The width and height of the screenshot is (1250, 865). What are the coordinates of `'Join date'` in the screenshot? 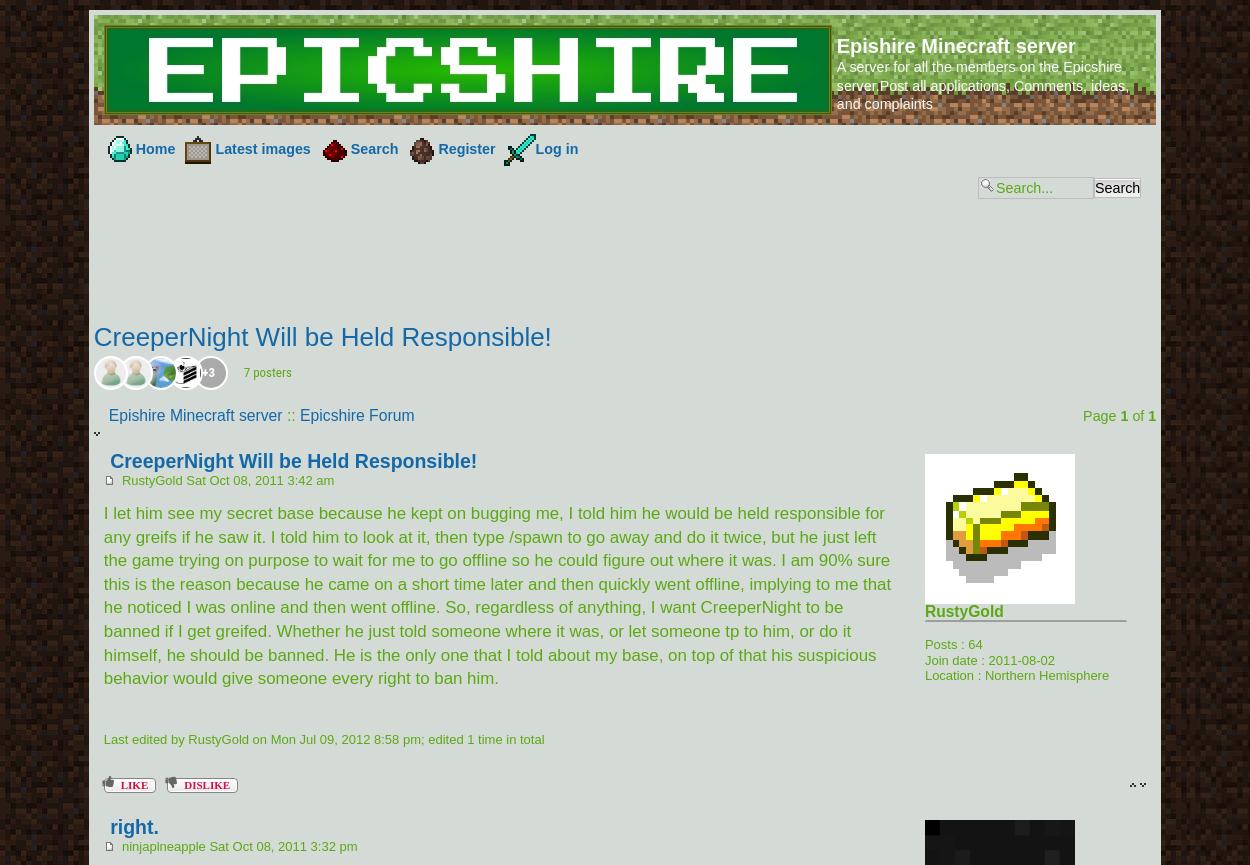 It's located at (949, 659).